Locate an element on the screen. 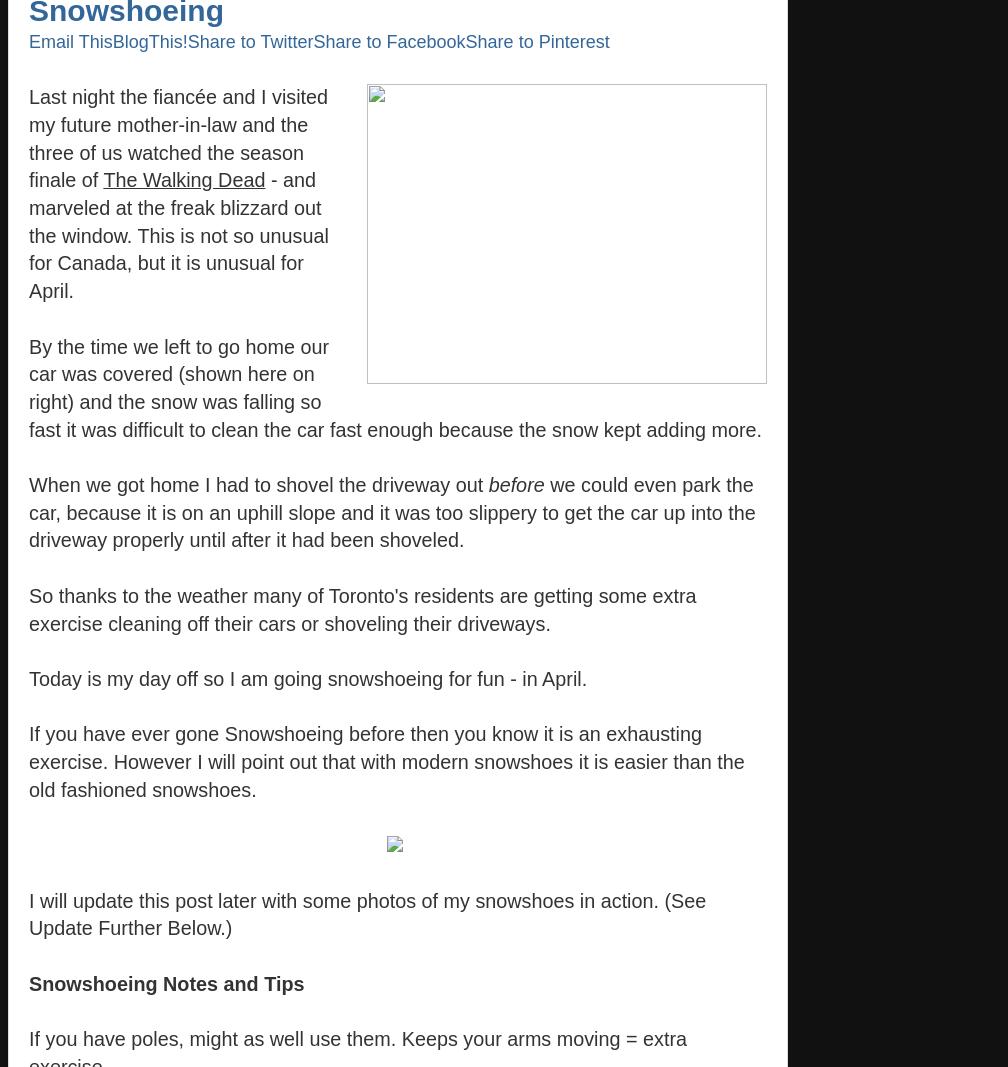 This screenshot has width=1008, height=1067. 'When we got home I had to shovel the driveway out' is located at coordinates (29, 483).